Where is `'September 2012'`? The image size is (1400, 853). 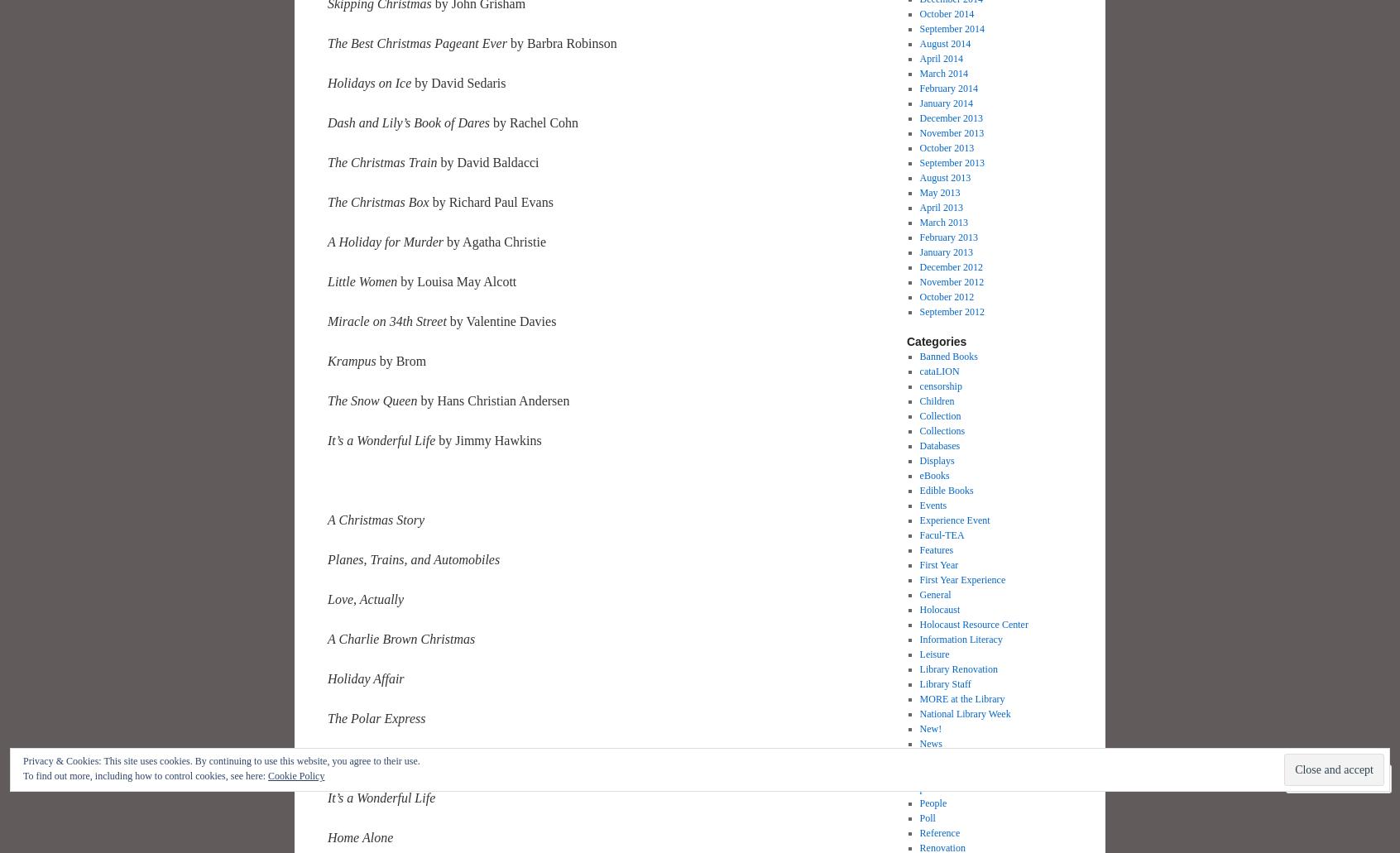 'September 2012' is located at coordinates (951, 311).